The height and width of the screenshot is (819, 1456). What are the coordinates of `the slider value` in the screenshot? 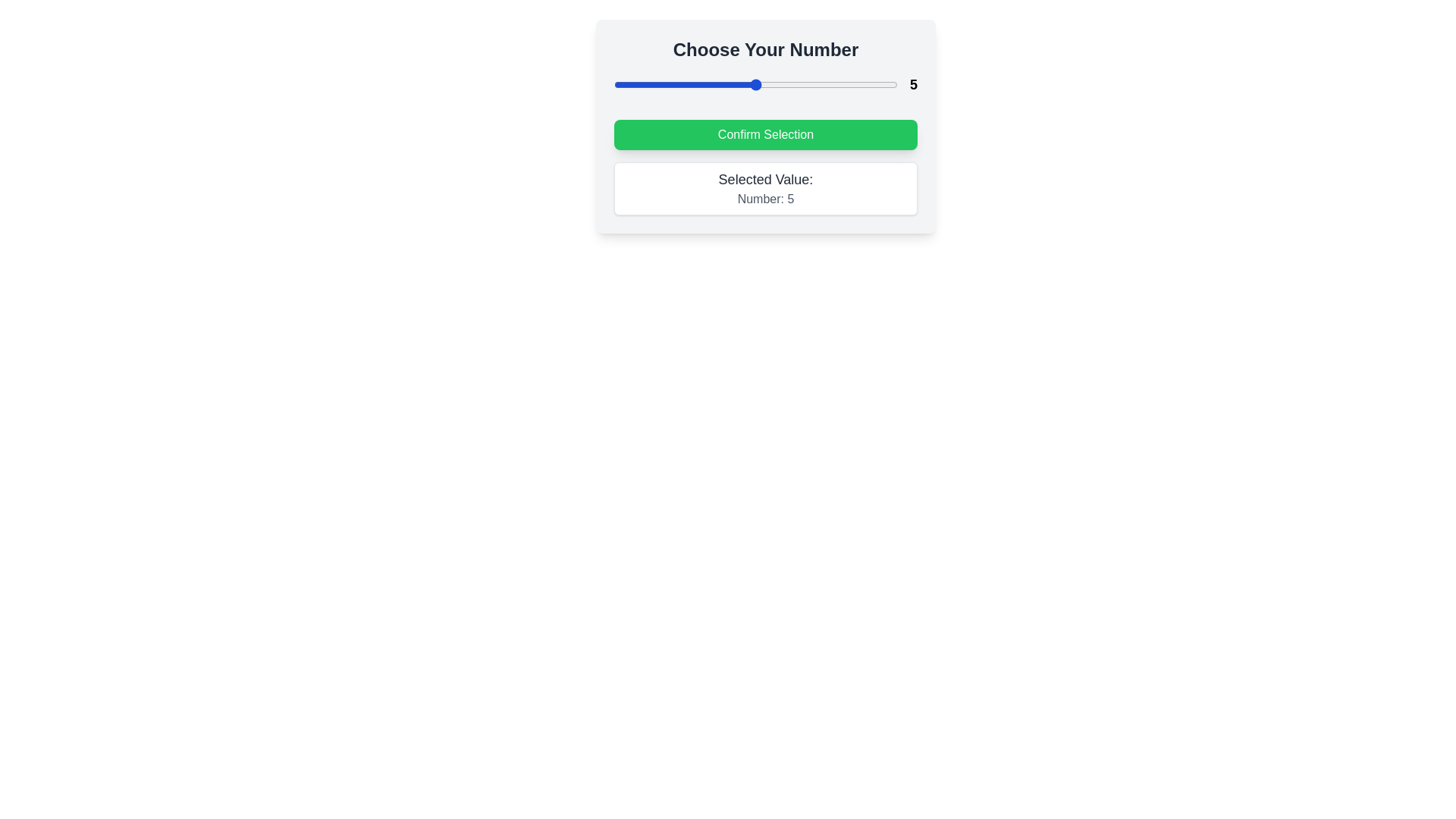 It's located at (614, 84).